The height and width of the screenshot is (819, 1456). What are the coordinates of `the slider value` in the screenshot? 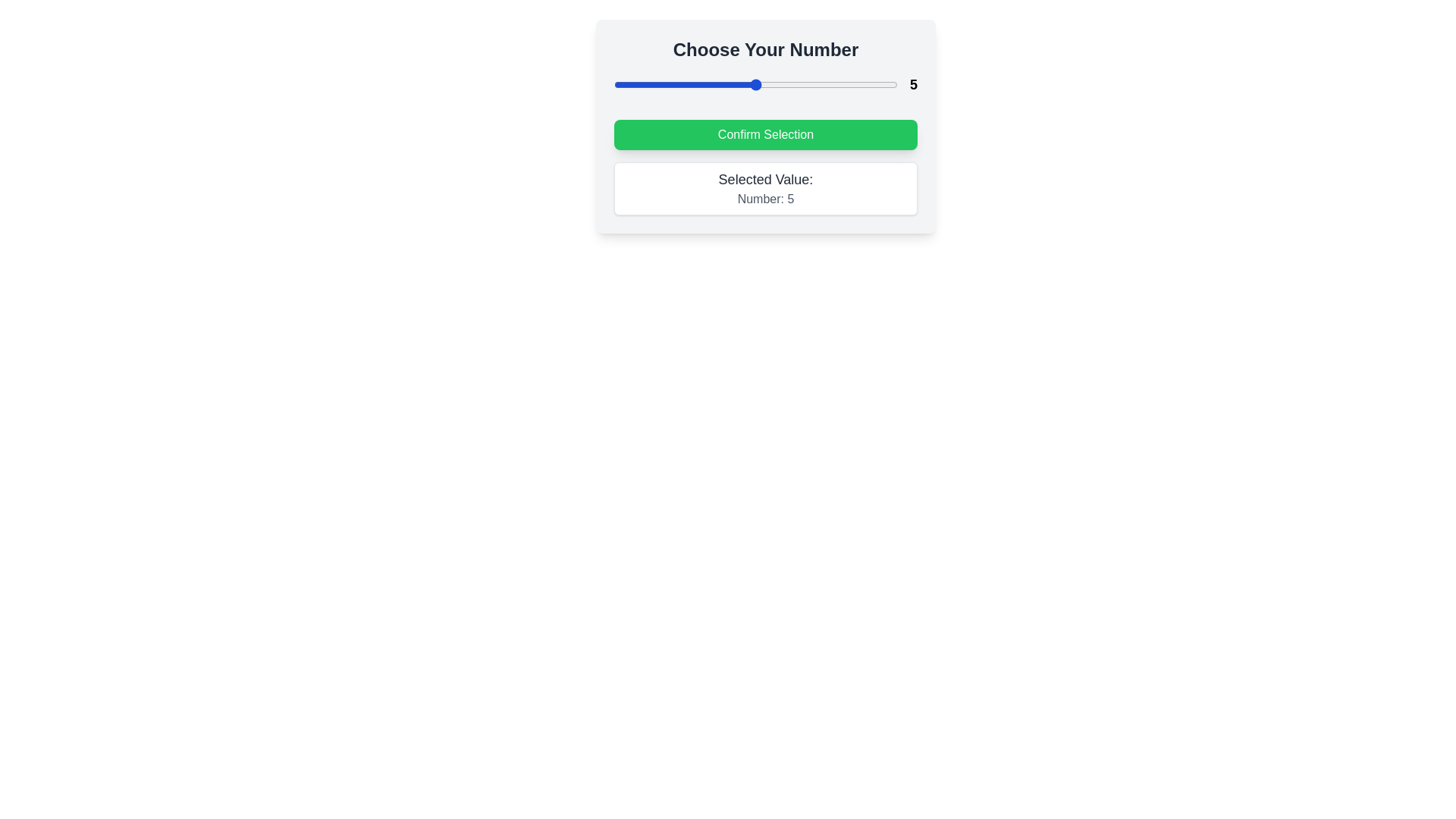 It's located at (614, 84).